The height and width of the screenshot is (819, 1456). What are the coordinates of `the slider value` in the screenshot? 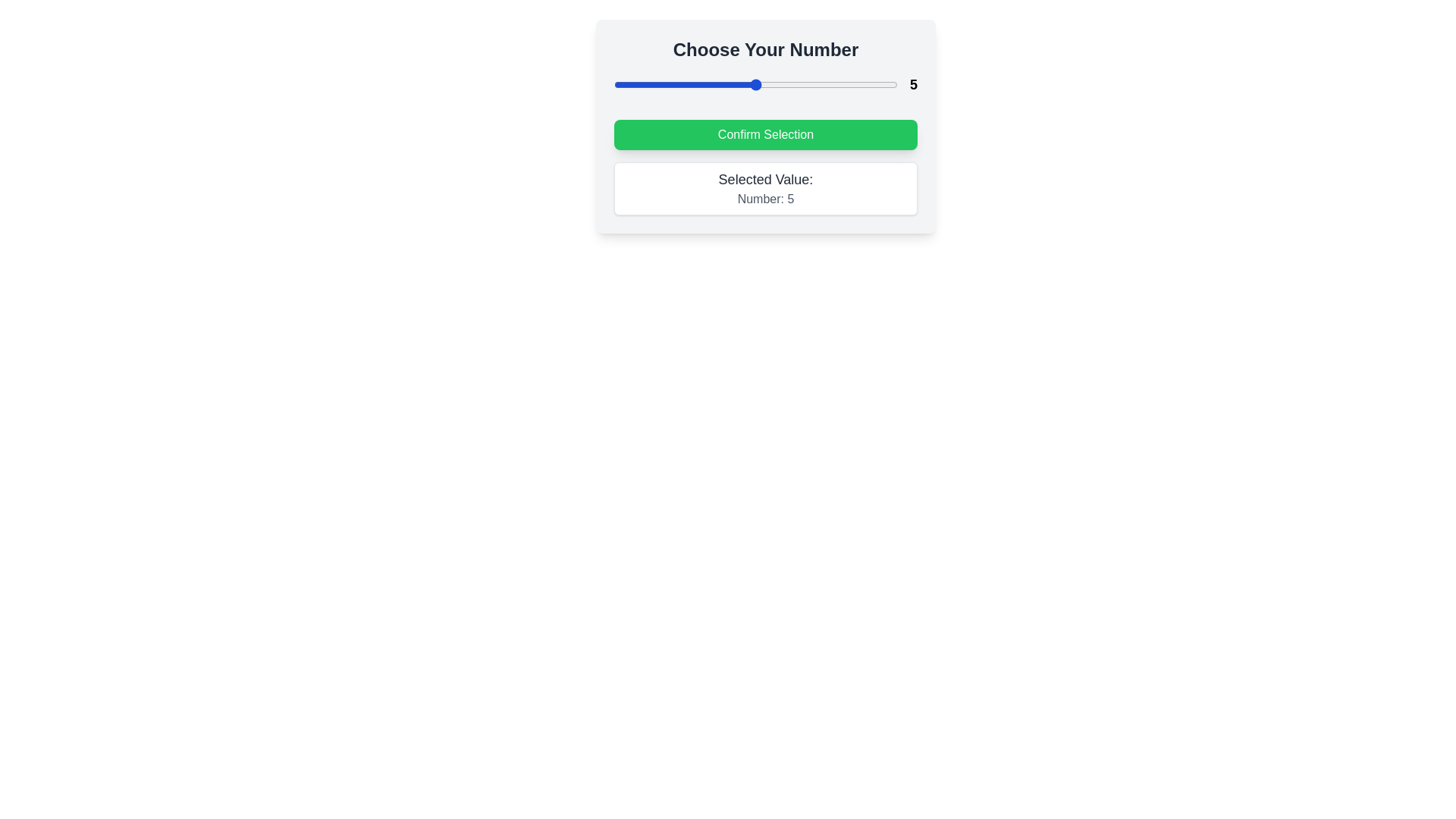 It's located at (614, 84).